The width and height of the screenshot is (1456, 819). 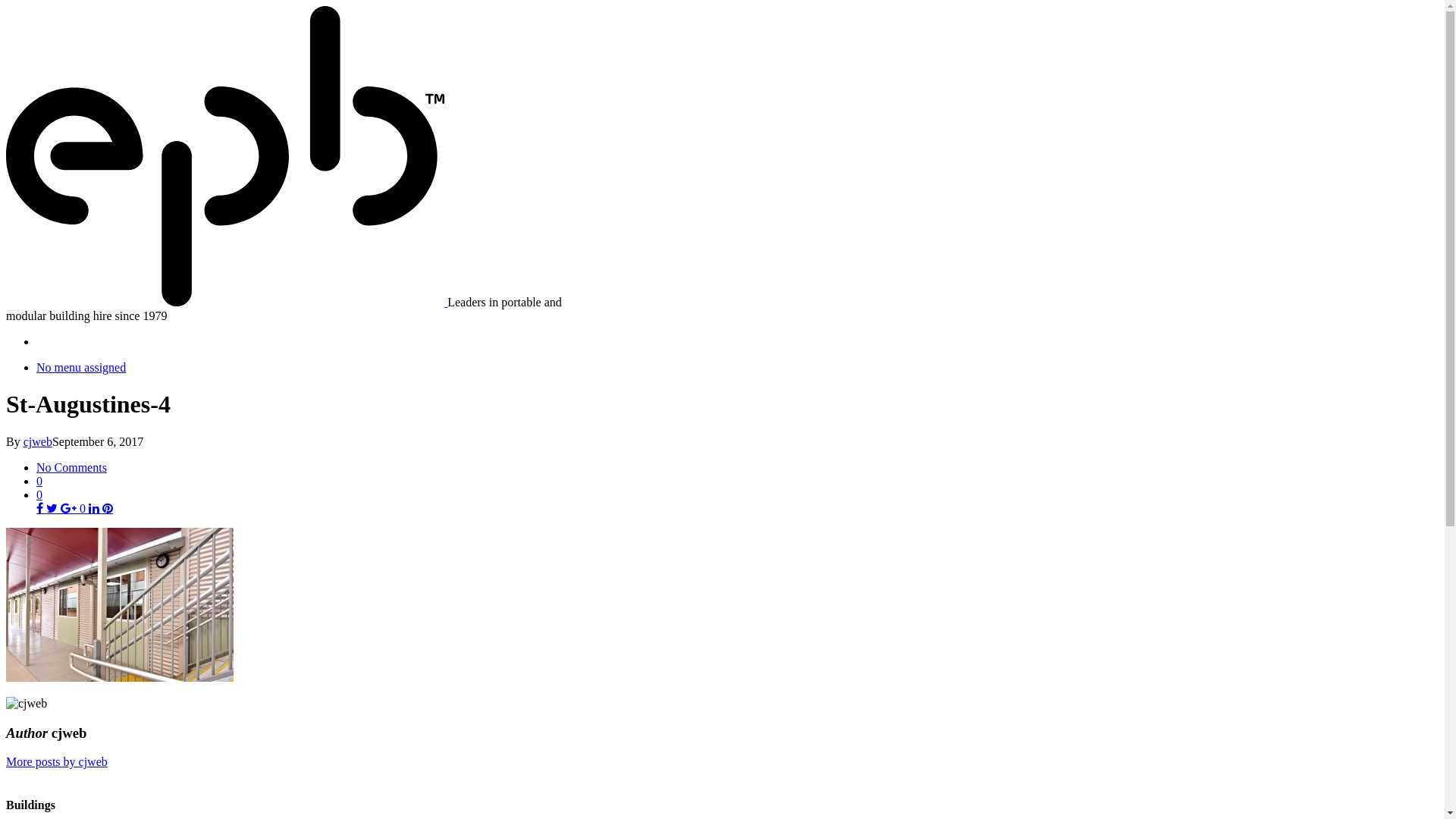 I want to click on 'Pin this', so click(x=101, y=508).